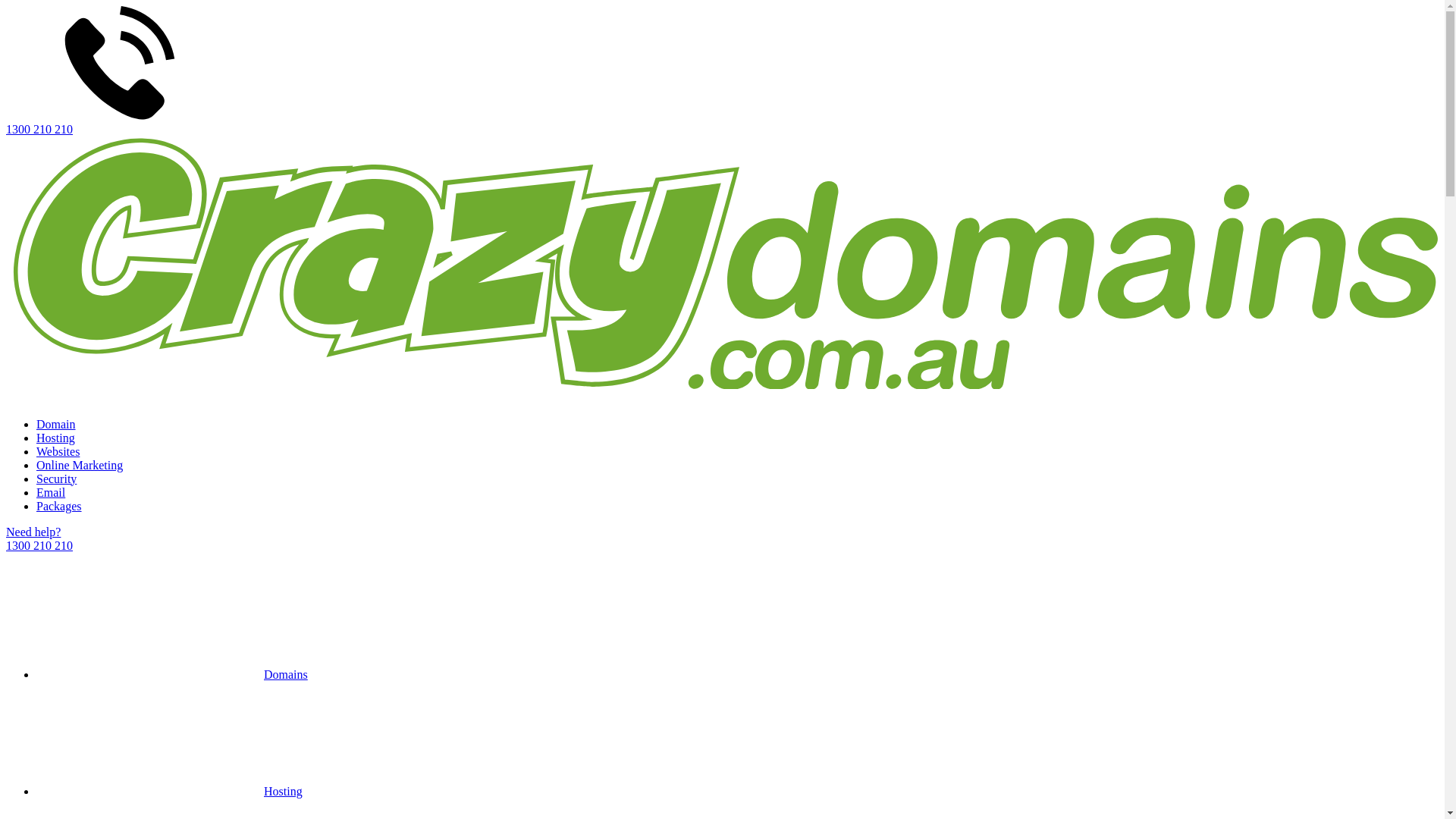 The height and width of the screenshot is (819, 1456). What do you see at coordinates (169, 790) in the screenshot?
I see `'Hosting'` at bounding box center [169, 790].